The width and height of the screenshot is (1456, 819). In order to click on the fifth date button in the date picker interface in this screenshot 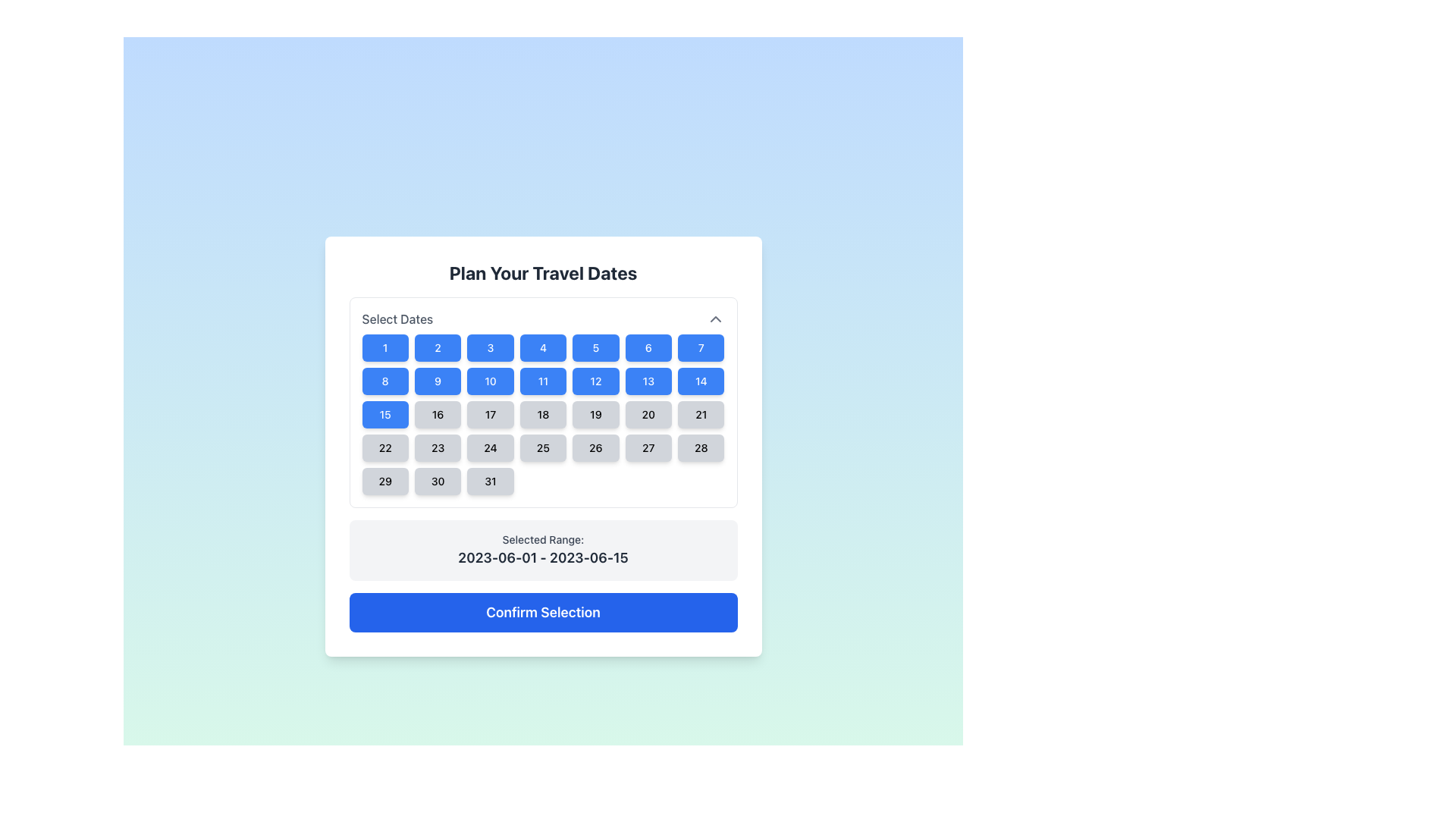, I will do `click(595, 348)`.